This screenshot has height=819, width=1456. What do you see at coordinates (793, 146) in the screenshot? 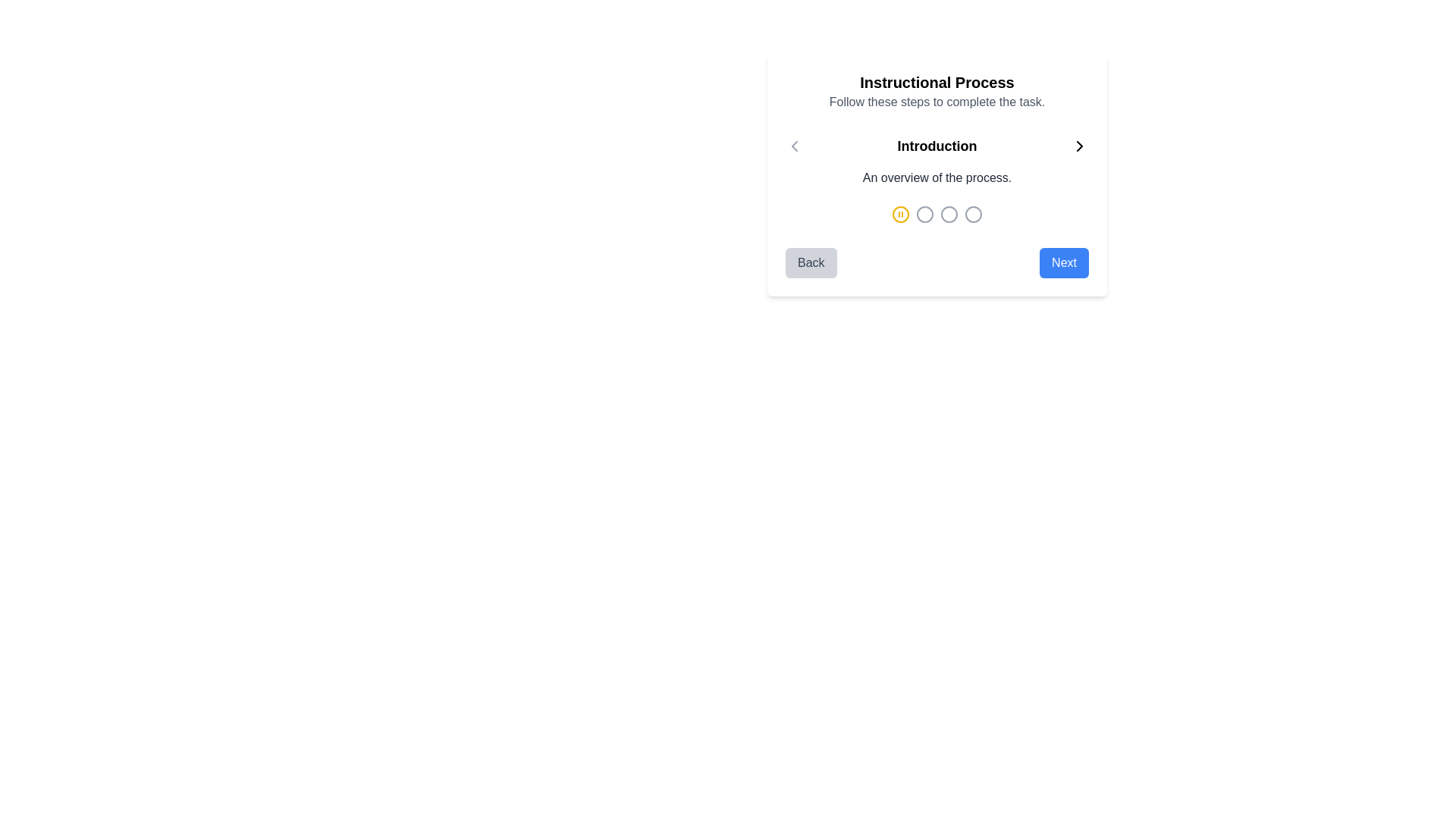
I see `the left-pointing chevron icon, which is styled in gray and indicates a backward action` at bounding box center [793, 146].